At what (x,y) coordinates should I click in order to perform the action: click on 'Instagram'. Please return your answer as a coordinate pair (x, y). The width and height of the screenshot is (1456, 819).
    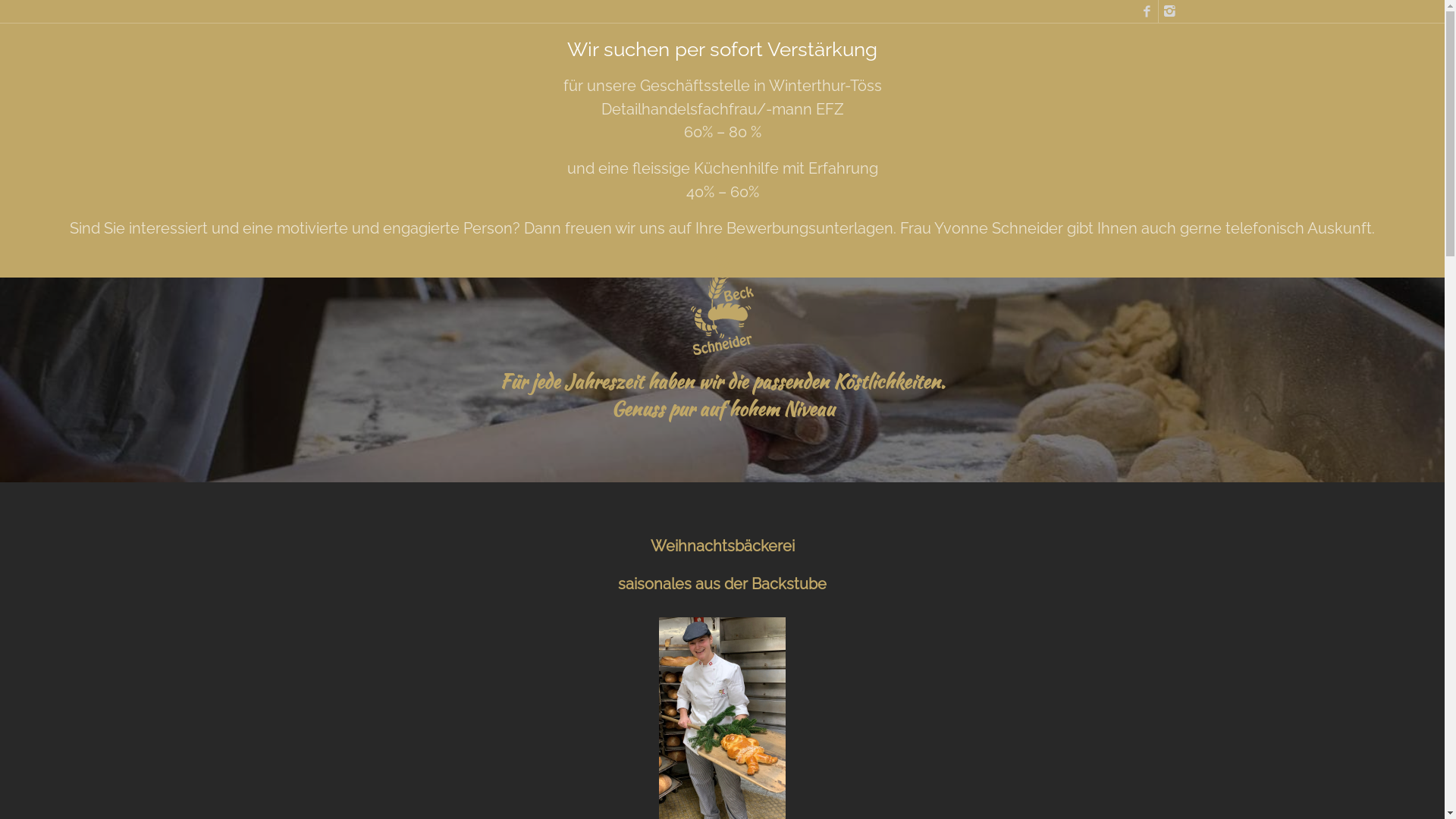
    Looking at the image, I should click on (1169, 11).